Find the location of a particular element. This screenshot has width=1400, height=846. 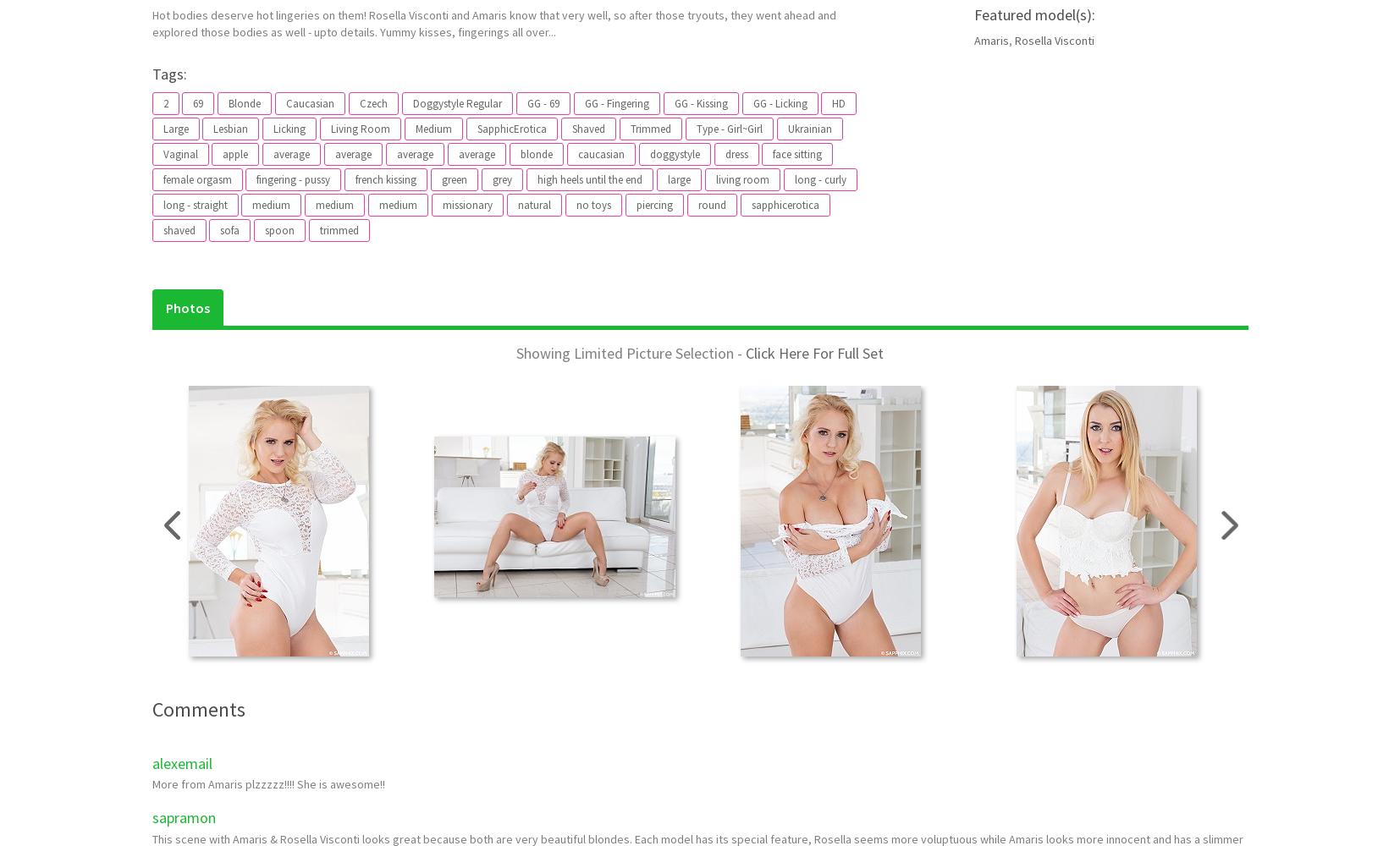

'caucasian' is located at coordinates (600, 154).